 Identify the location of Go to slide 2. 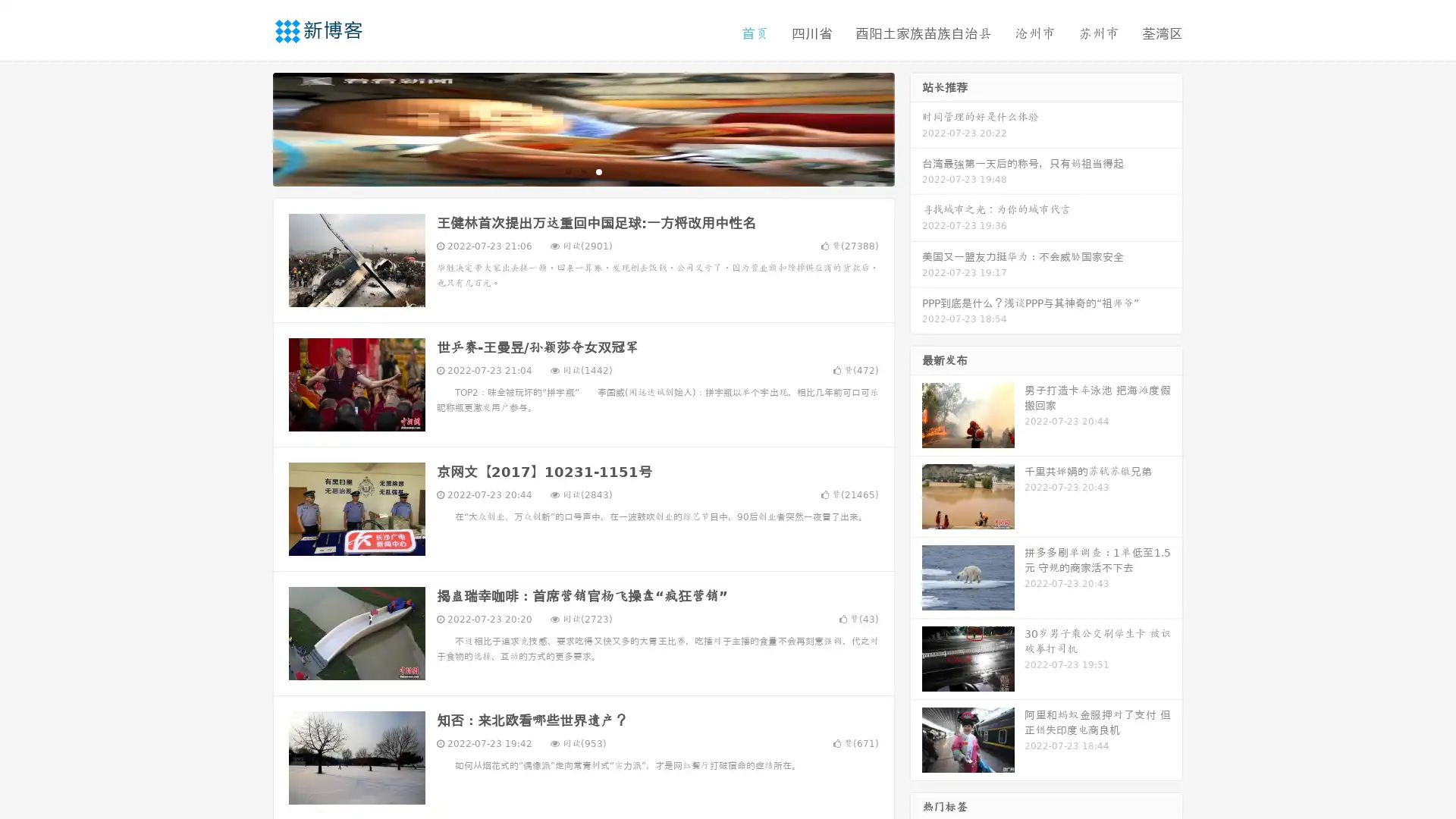
(582, 171).